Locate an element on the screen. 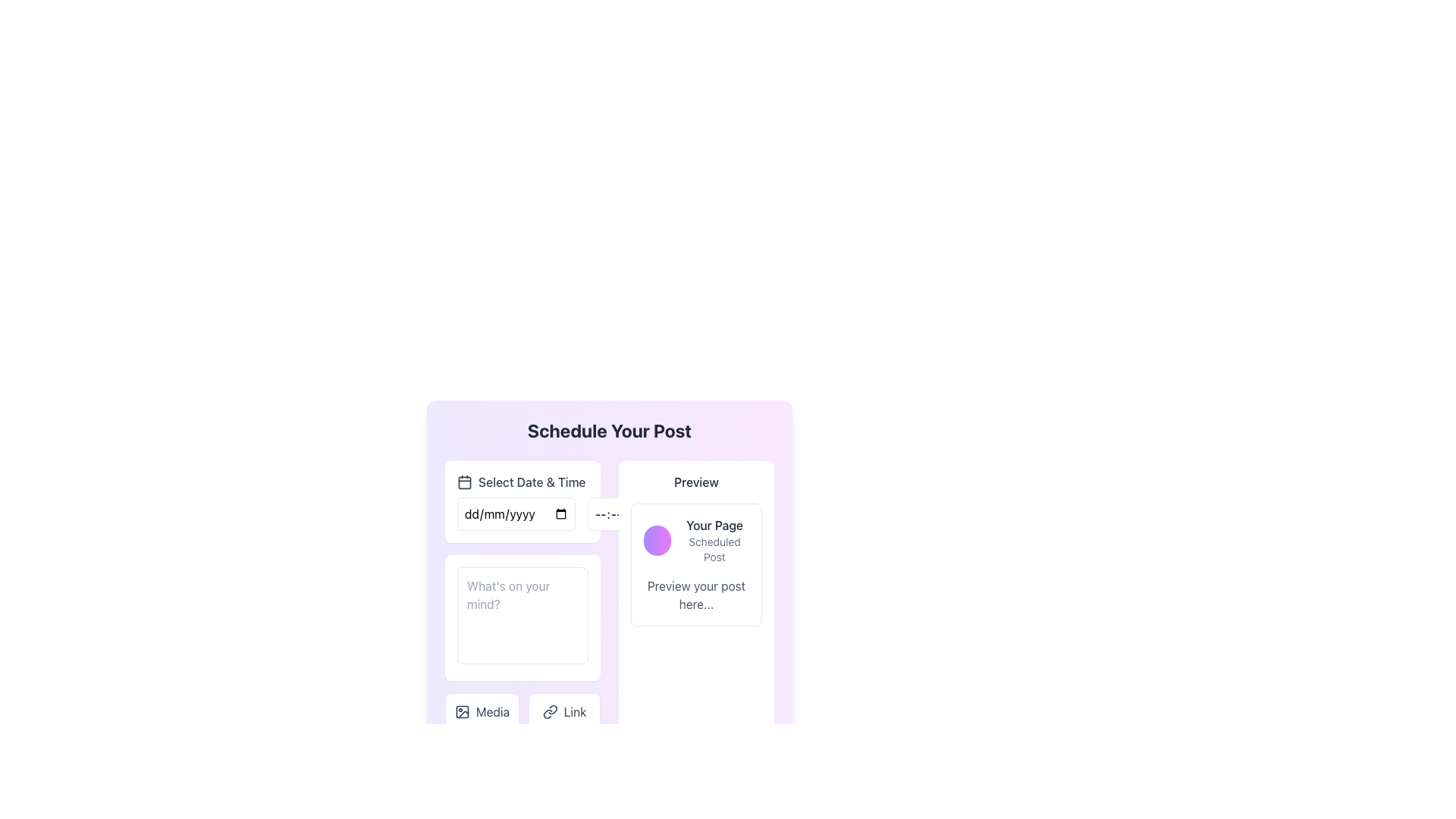  the calendar icon on the Combined component with a date input field and a button for date selection is located at coordinates (522, 513).